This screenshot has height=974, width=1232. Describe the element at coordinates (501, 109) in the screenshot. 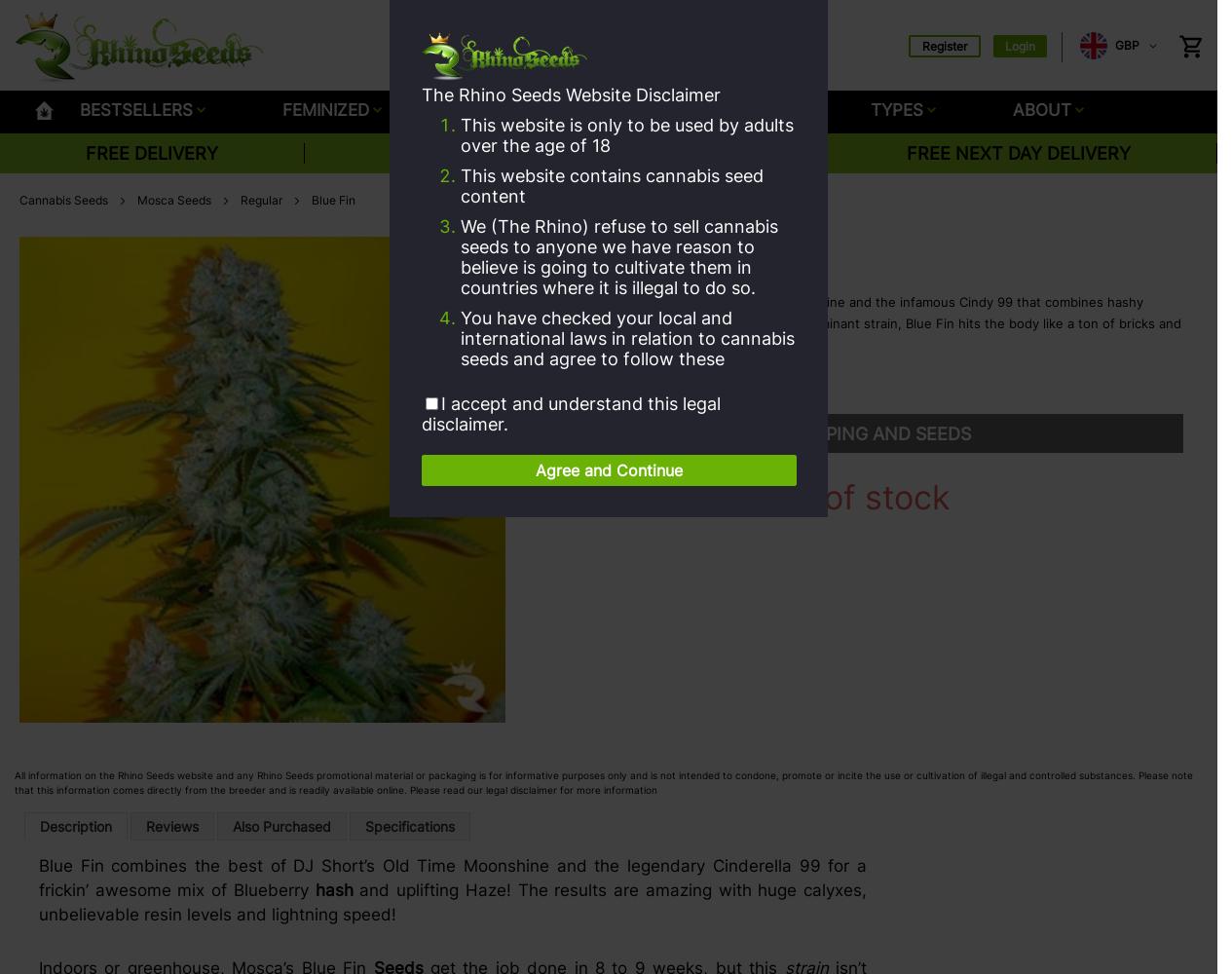

I see `'SEEDBANK'` at that location.